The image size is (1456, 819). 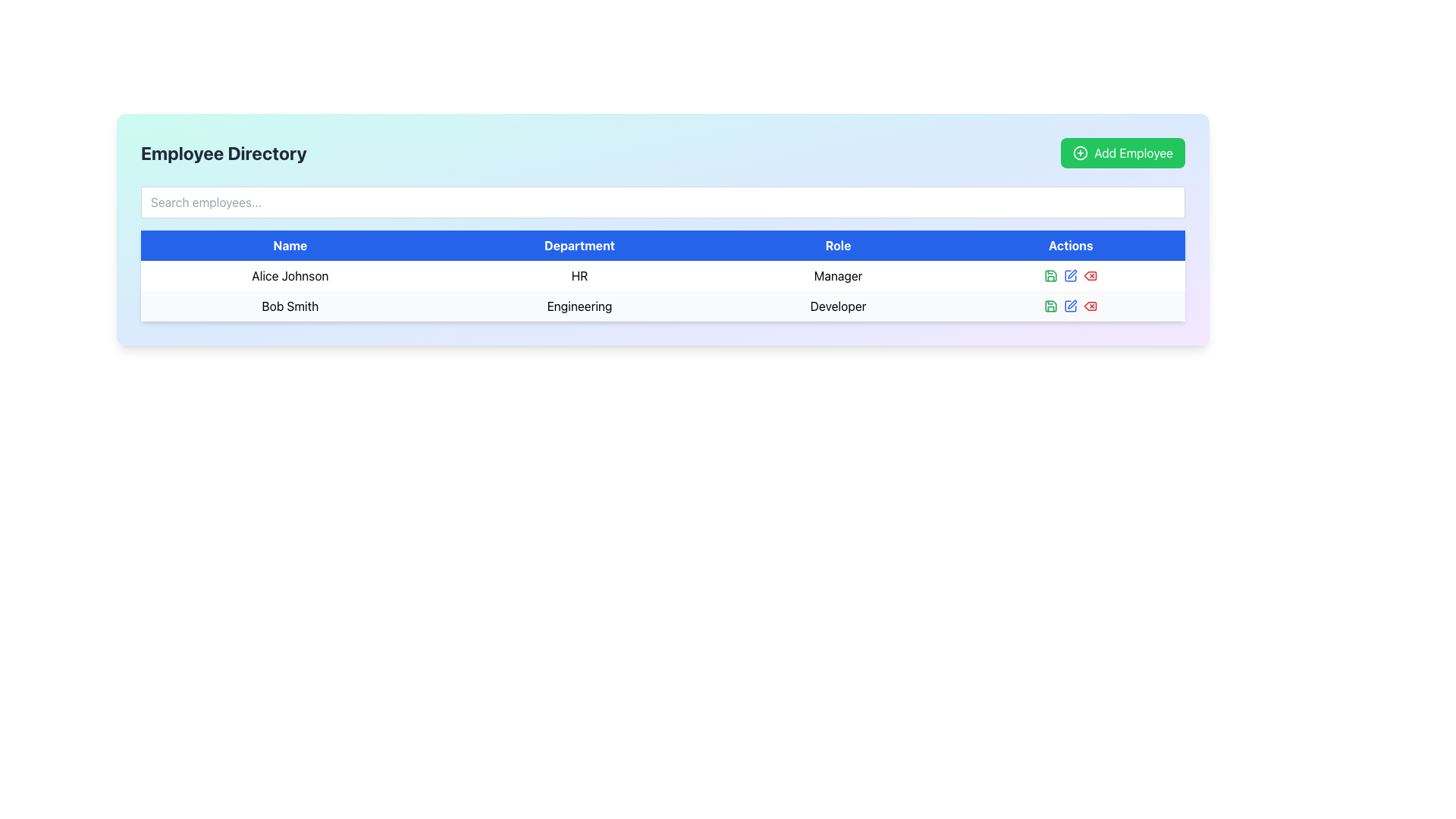 What do you see at coordinates (837, 245) in the screenshot?
I see `the blue rectangular header segment containing the white text 'Role', which is the third column header in the table, positioned between 'Department' and 'Actions'` at bounding box center [837, 245].